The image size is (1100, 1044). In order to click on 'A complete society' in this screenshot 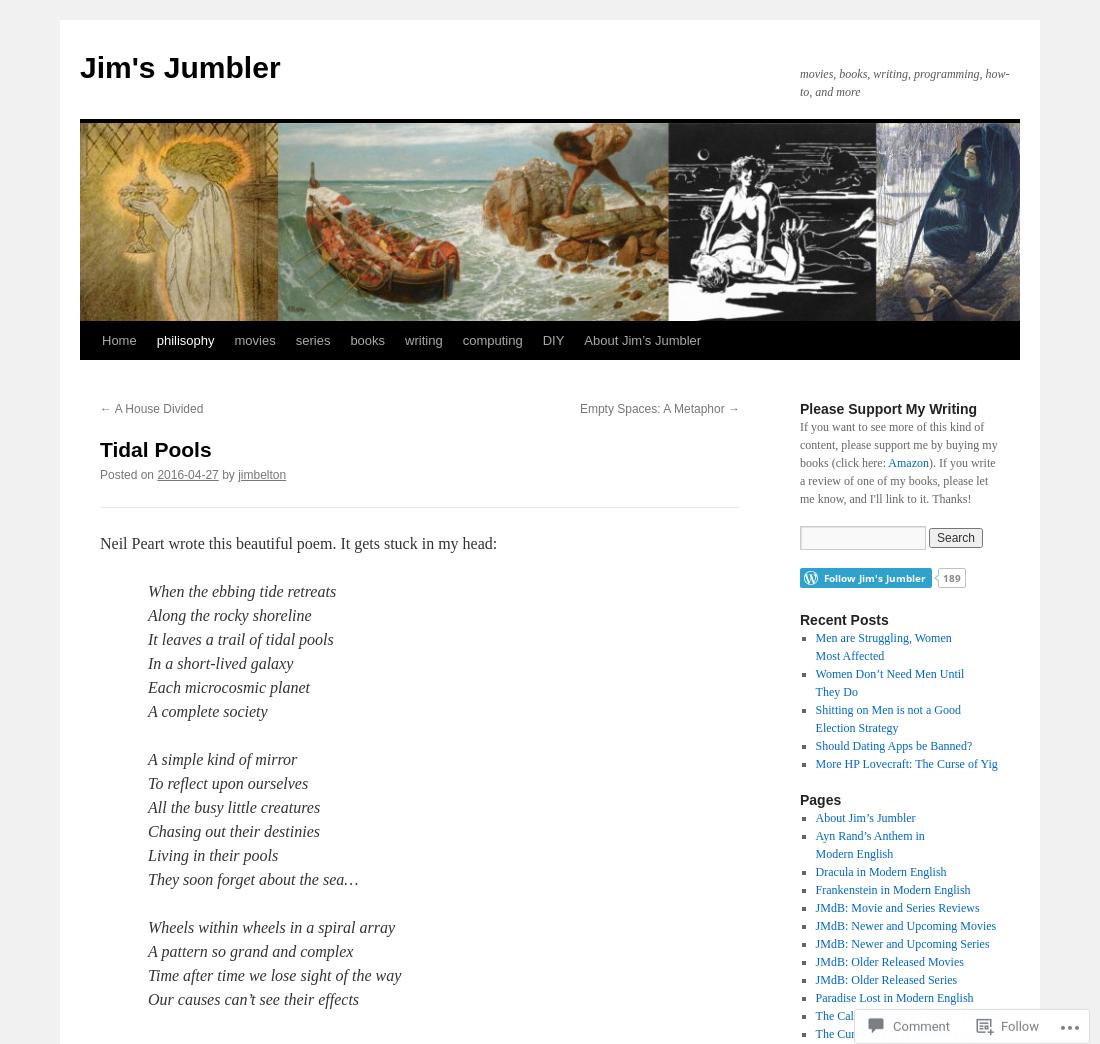, I will do `click(207, 710)`.